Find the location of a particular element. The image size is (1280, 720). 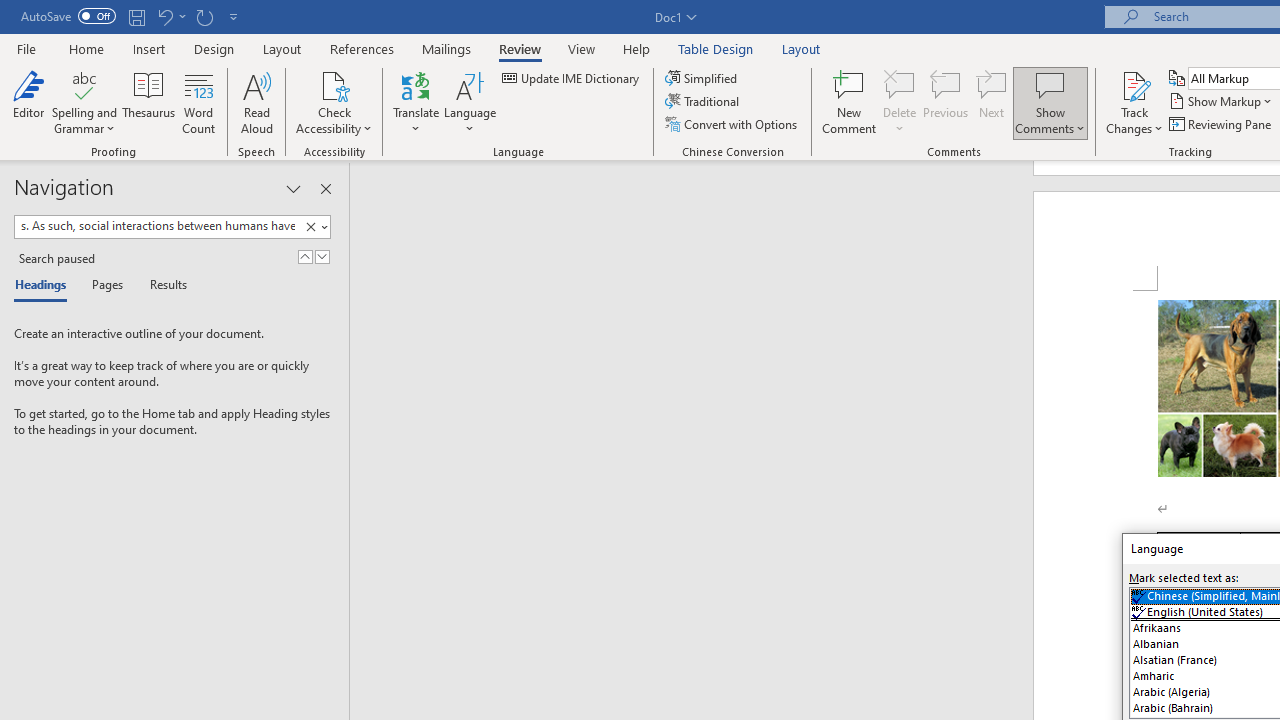

'Language' is located at coordinates (469, 103).